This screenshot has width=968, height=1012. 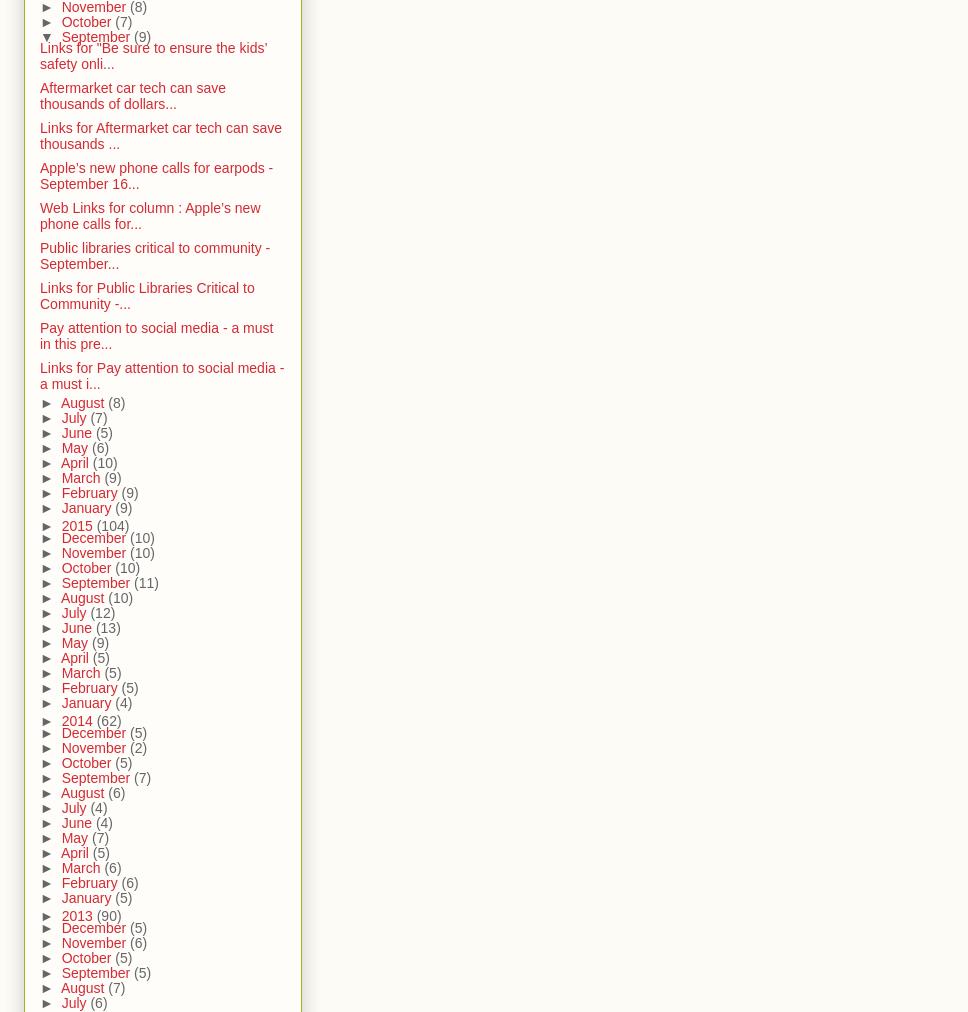 I want to click on 'Aftermarket car tech can save thousands of dollars...', so click(x=131, y=95).